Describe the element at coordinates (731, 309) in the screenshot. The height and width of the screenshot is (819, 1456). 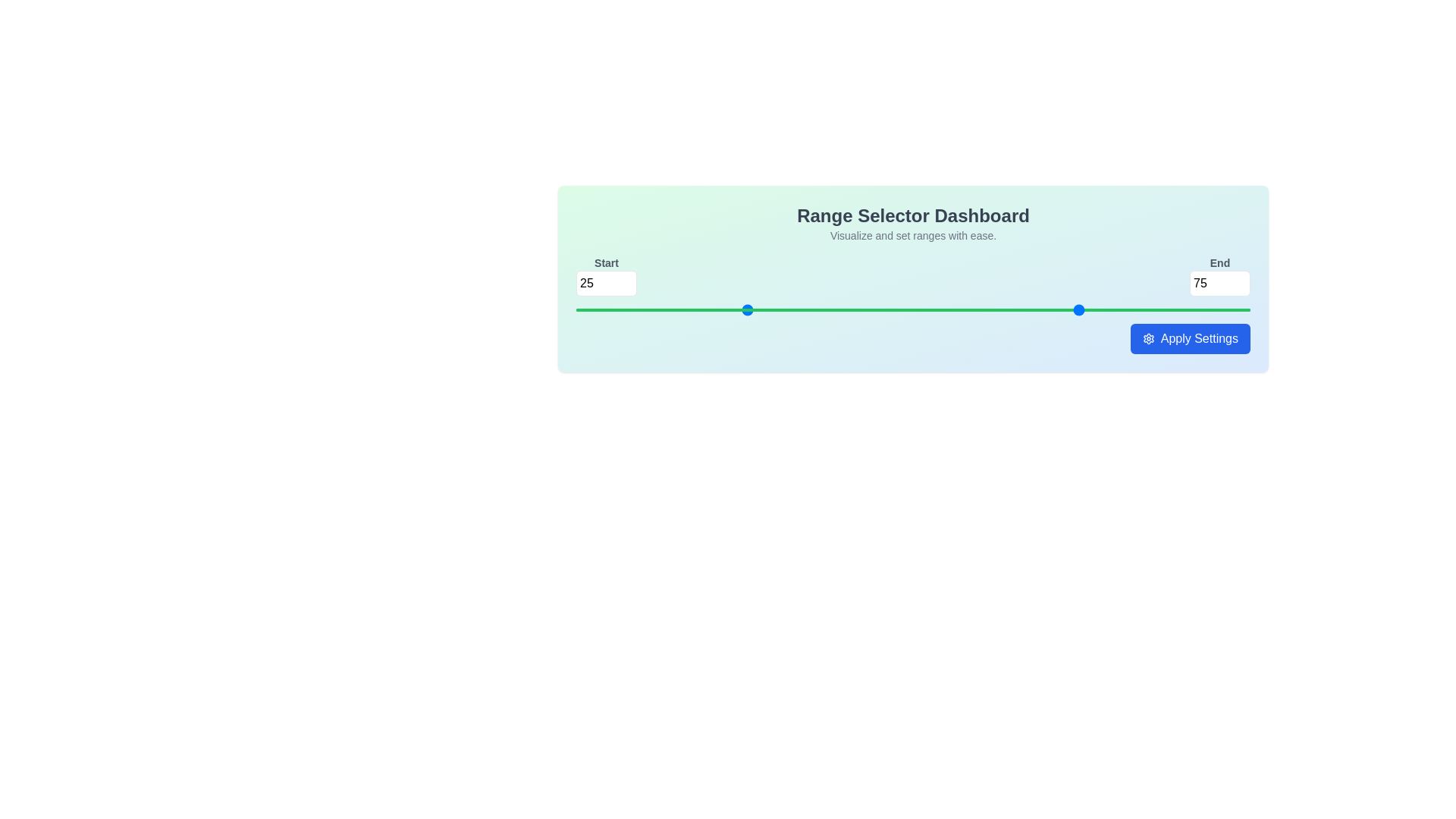
I see `the slider` at that location.